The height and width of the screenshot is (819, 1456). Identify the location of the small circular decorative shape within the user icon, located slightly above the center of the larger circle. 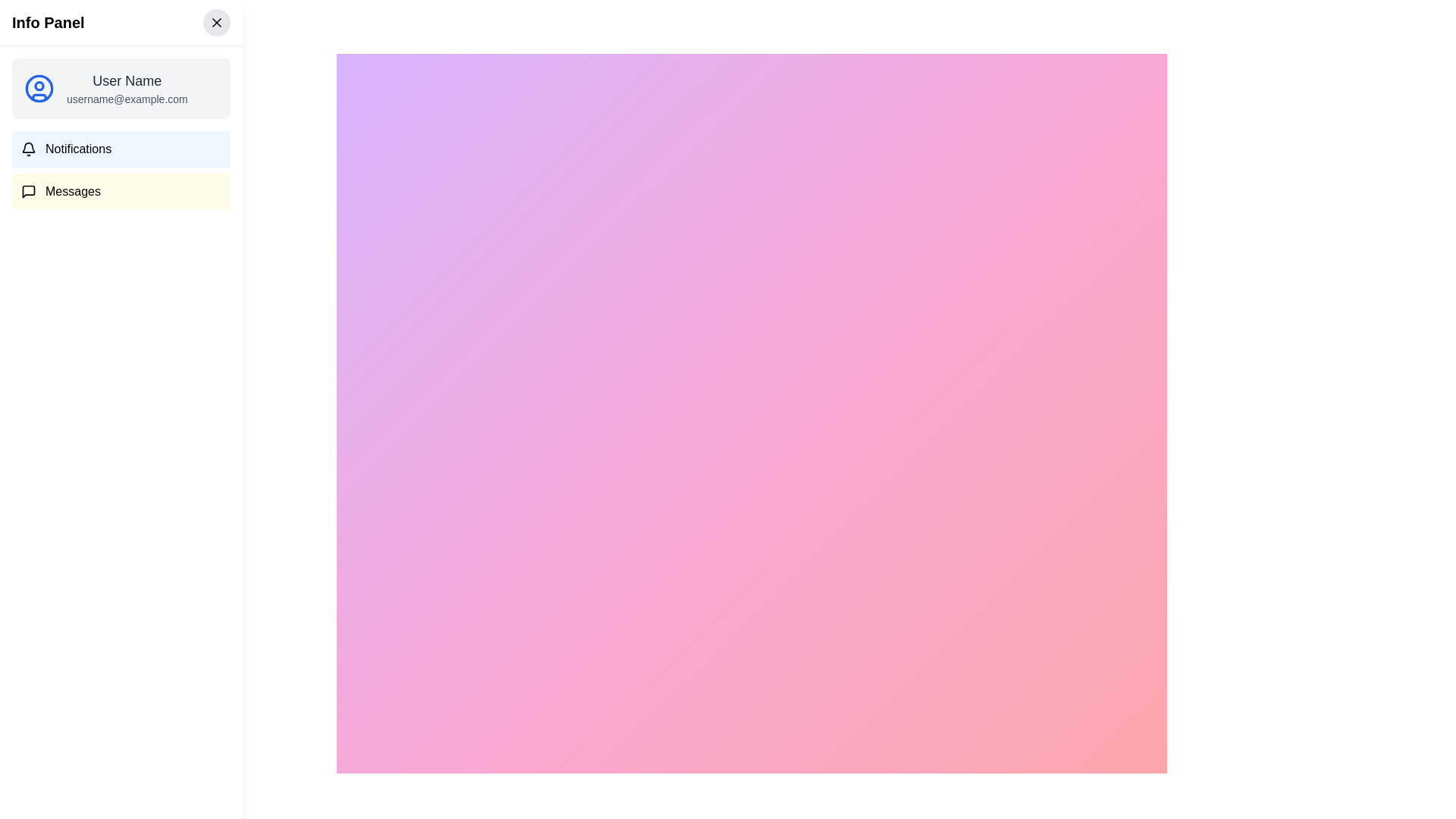
(39, 85).